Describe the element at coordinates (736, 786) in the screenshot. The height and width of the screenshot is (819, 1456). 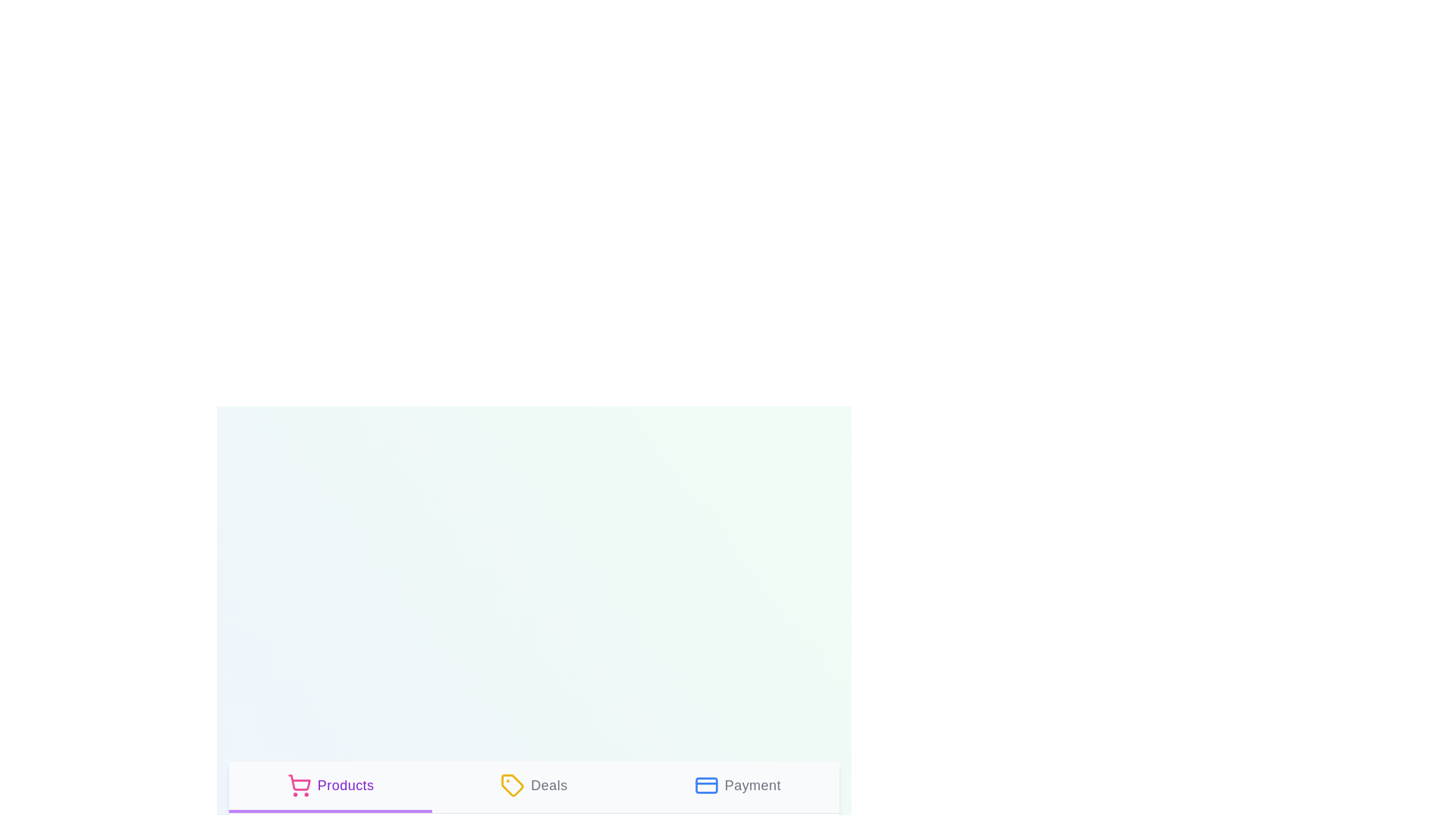
I see `the tab labeled Payment to view its description` at that location.